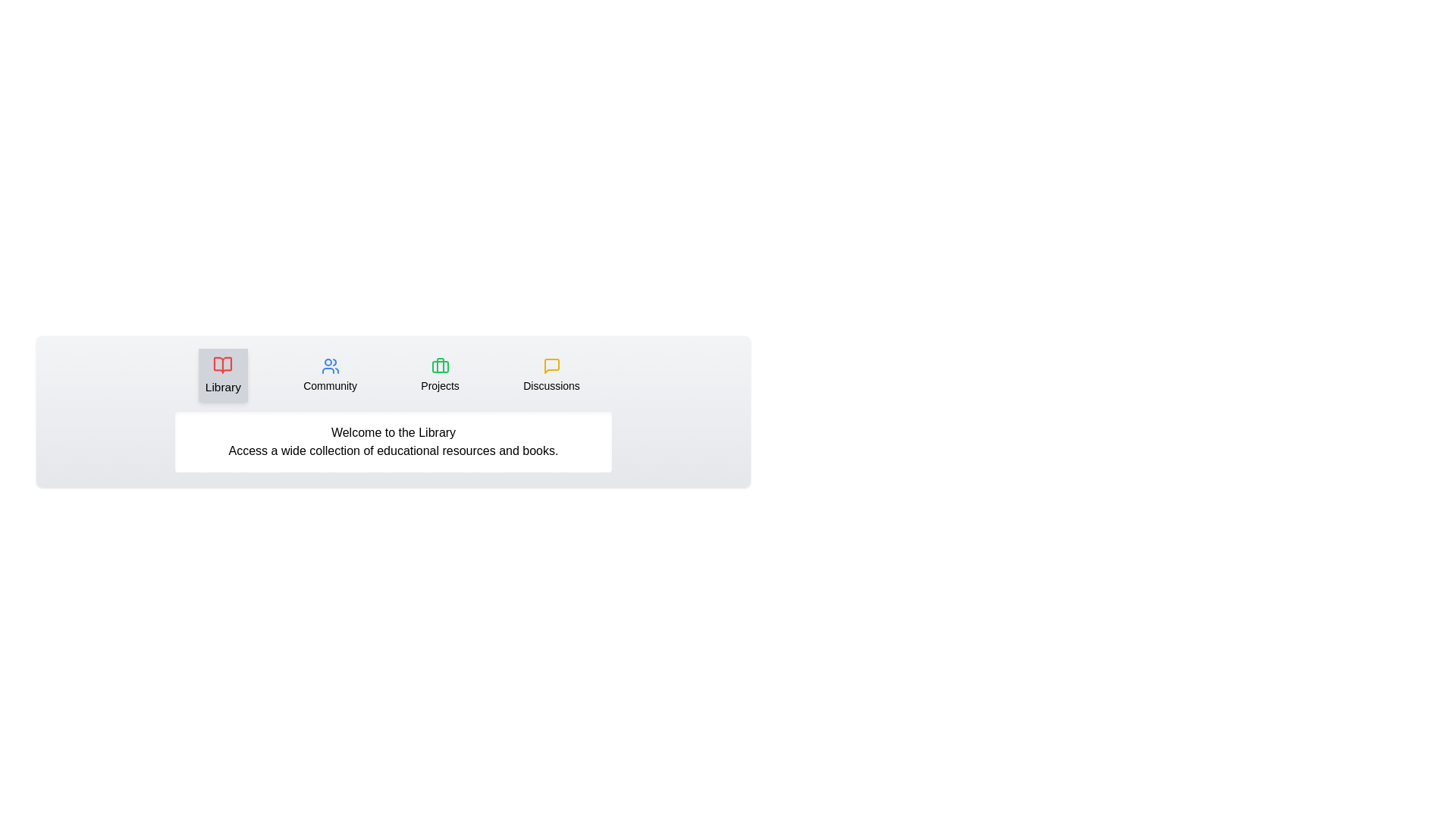  What do you see at coordinates (329, 366) in the screenshot?
I see `the 'Community' icon located in the second tab of the horizontal menu, positioned above the text label 'Community'` at bounding box center [329, 366].